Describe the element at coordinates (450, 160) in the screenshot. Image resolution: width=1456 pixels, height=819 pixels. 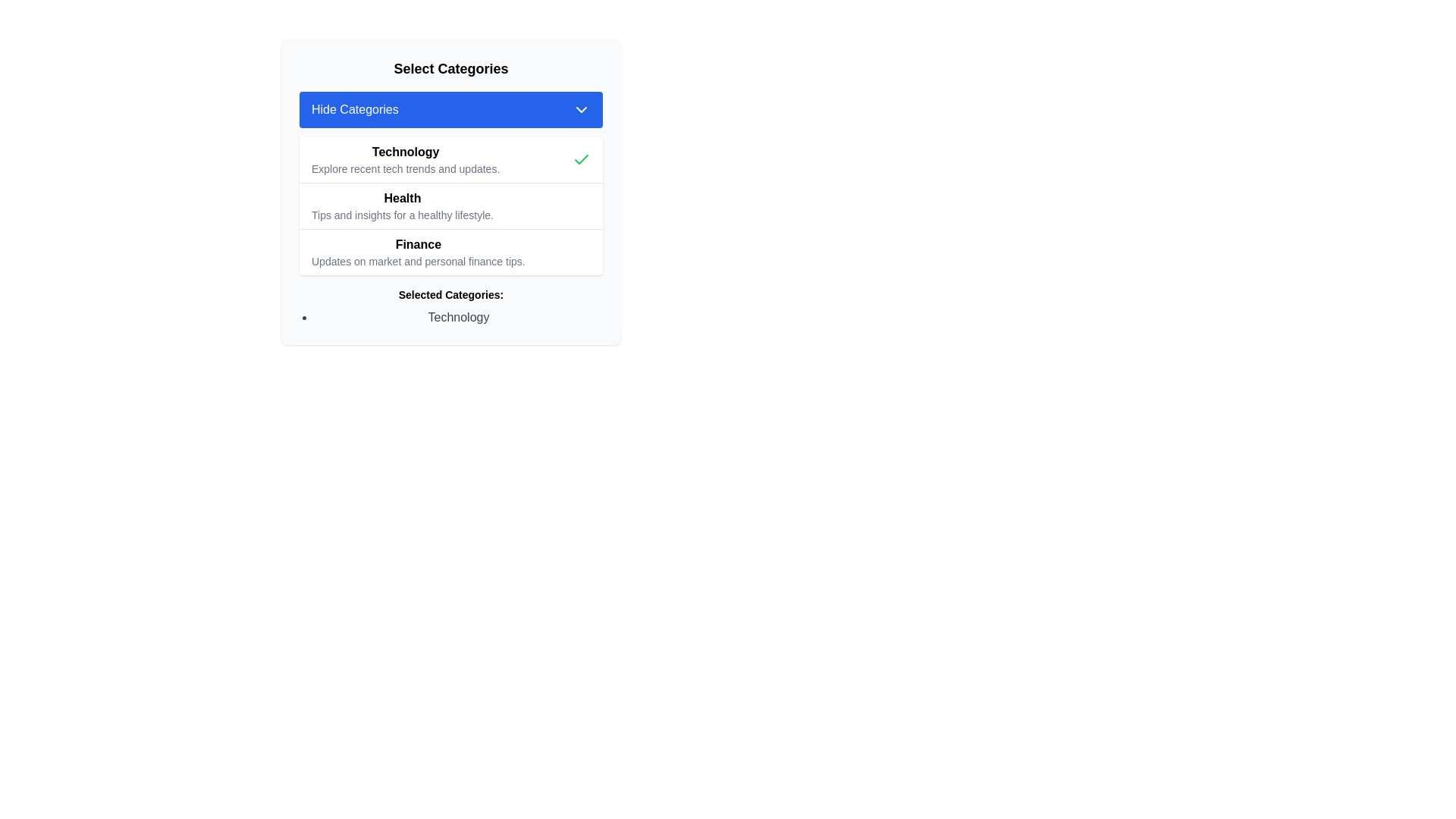
I see `the first category list item titled 'Technology' that includes a bold title and a green checkmark icon` at that location.